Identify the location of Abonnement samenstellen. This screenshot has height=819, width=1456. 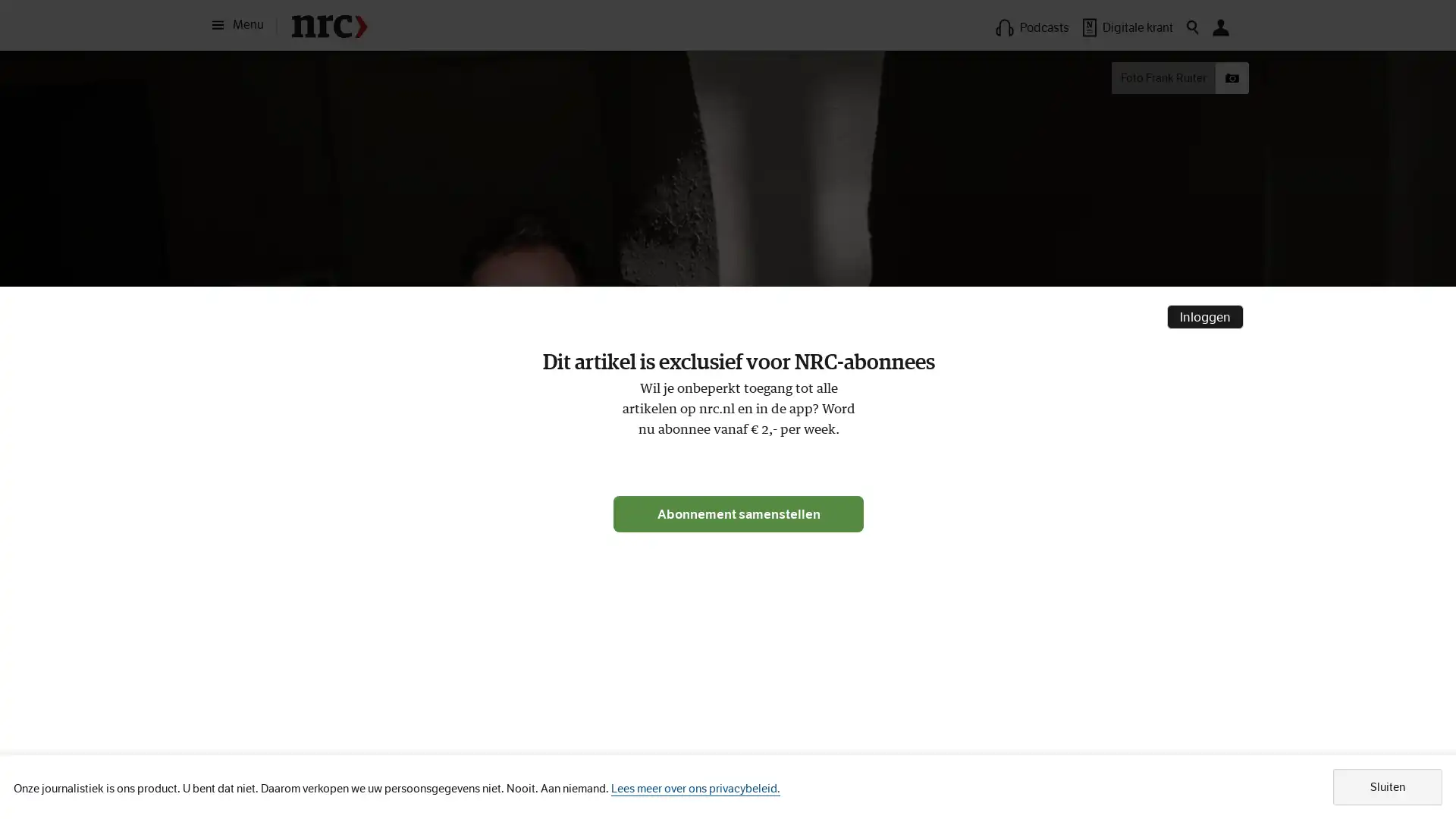
(739, 513).